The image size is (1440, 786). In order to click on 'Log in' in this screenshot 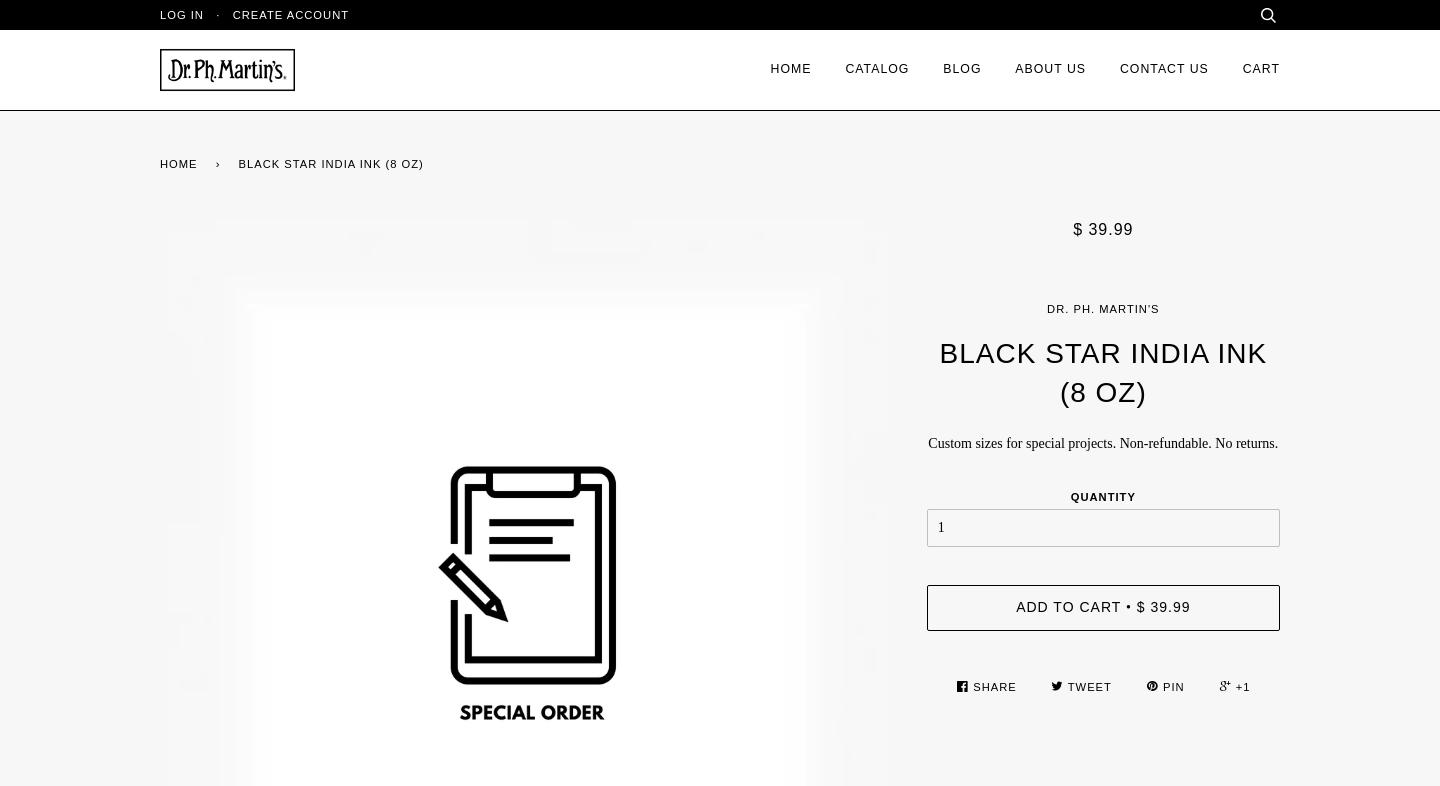, I will do `click(181, 14)`.